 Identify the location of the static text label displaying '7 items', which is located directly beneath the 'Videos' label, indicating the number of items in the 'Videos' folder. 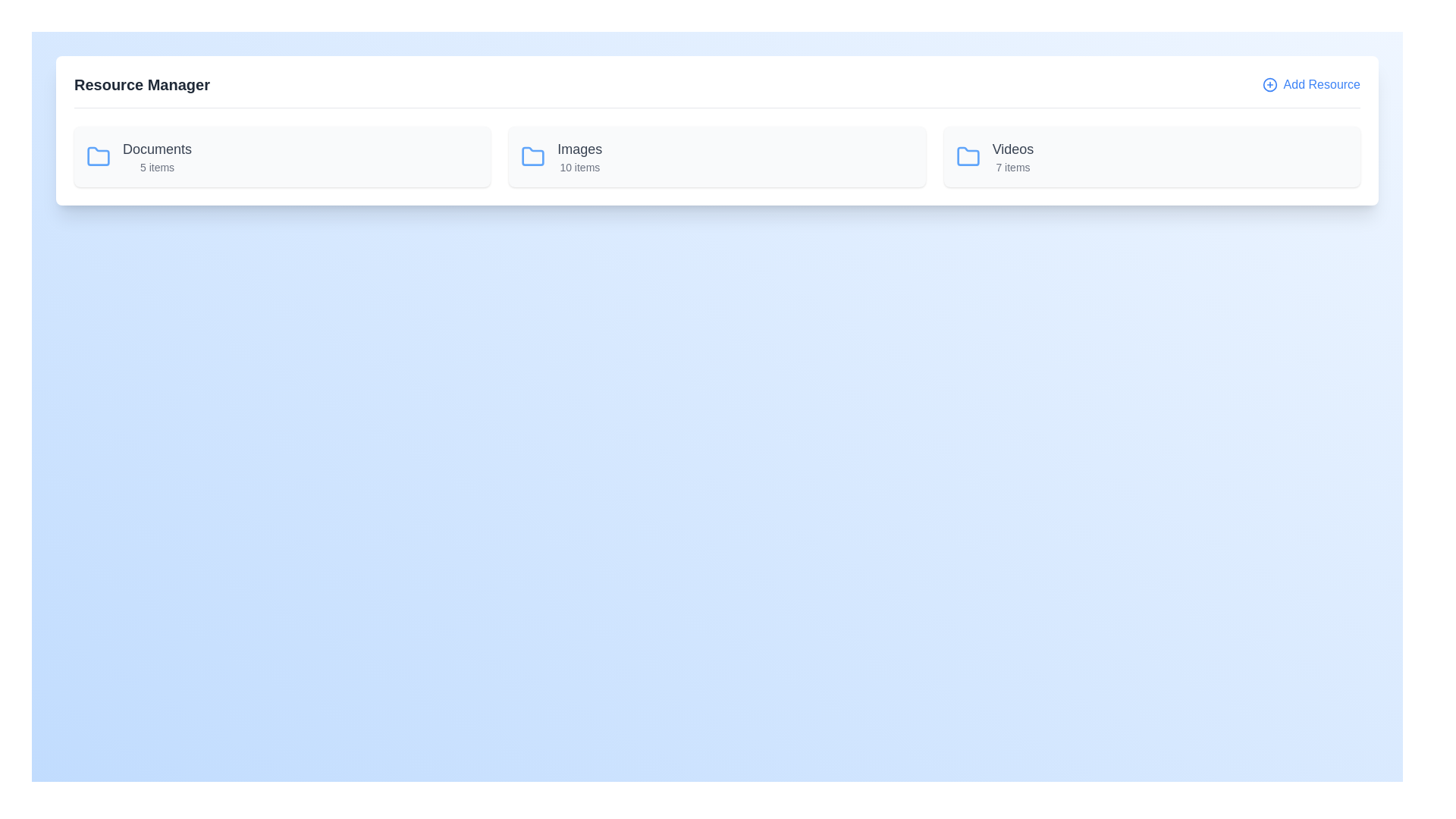
(1012, 167).